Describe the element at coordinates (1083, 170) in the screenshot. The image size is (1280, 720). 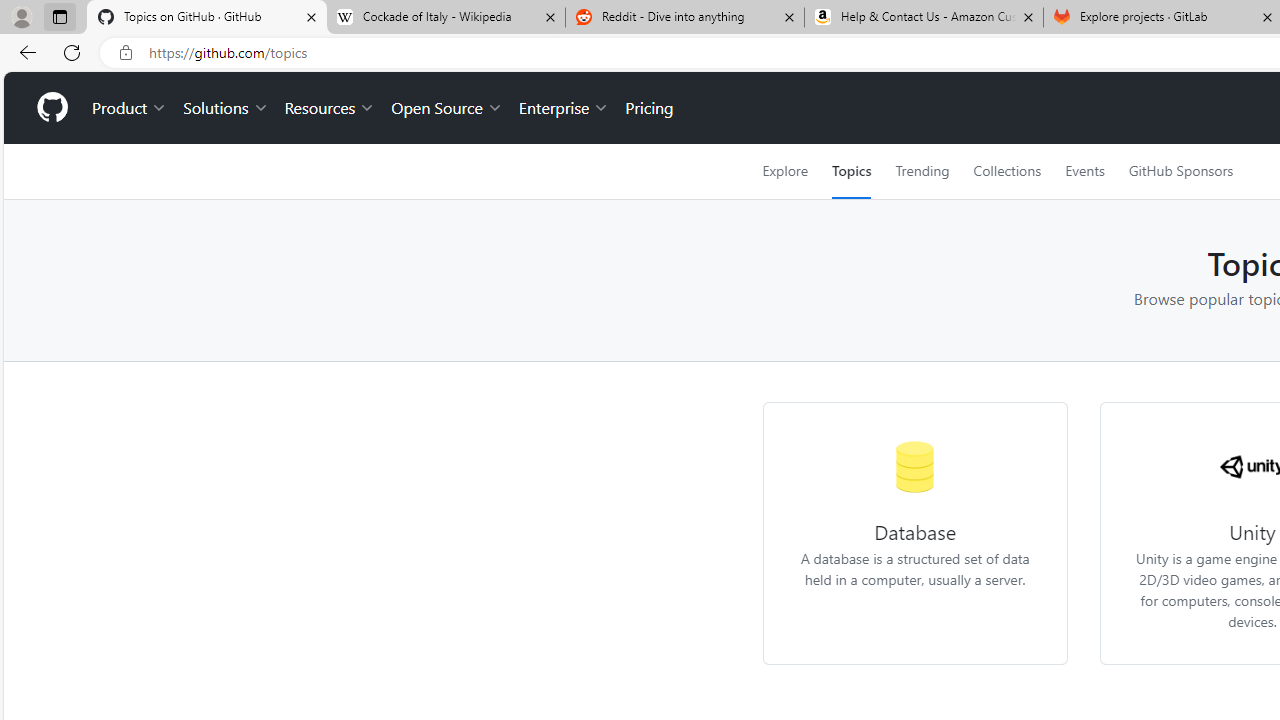
I see `'Events'` at that location.